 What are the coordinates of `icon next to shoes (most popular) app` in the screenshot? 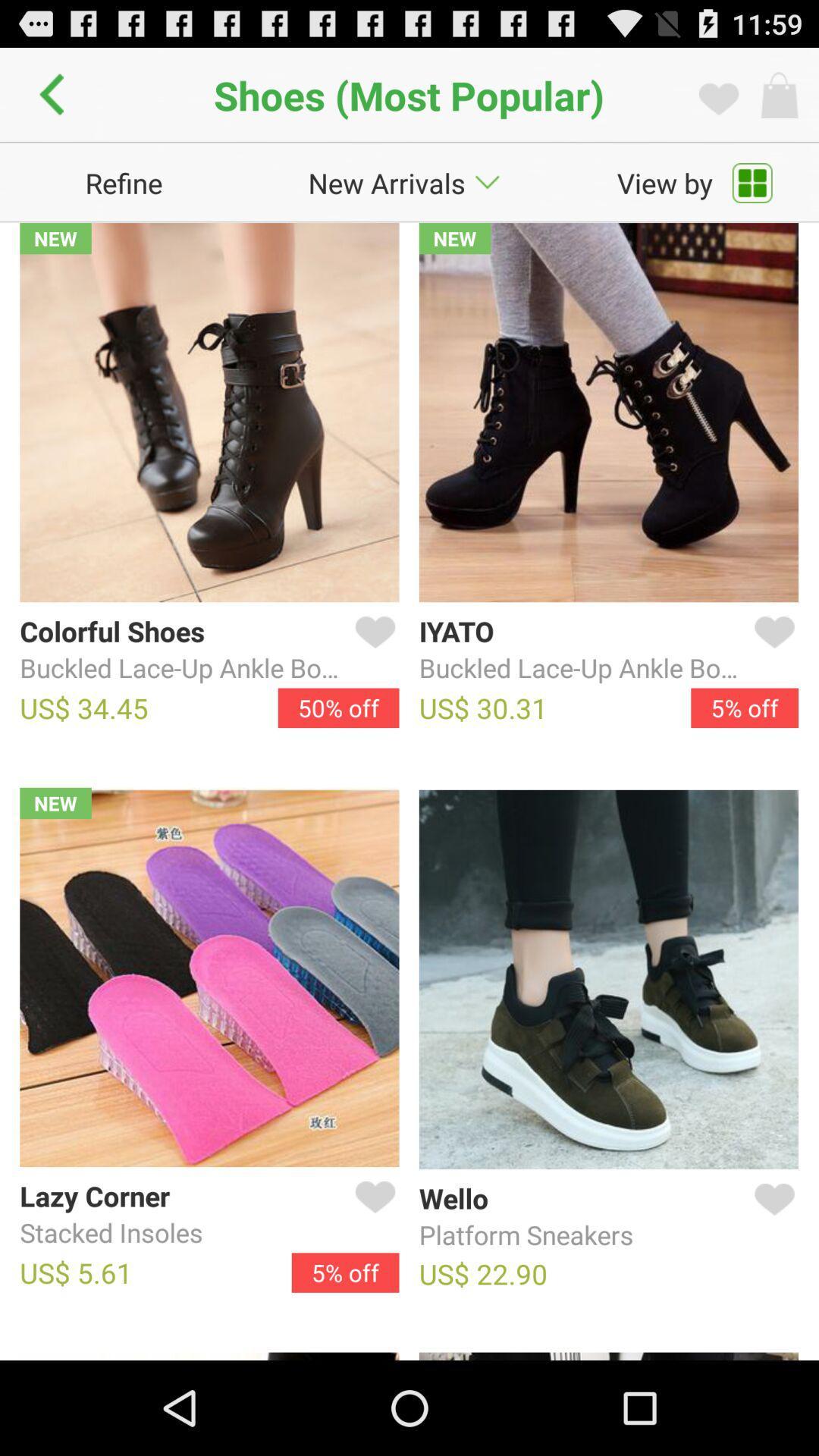 It's located at (55, 94).